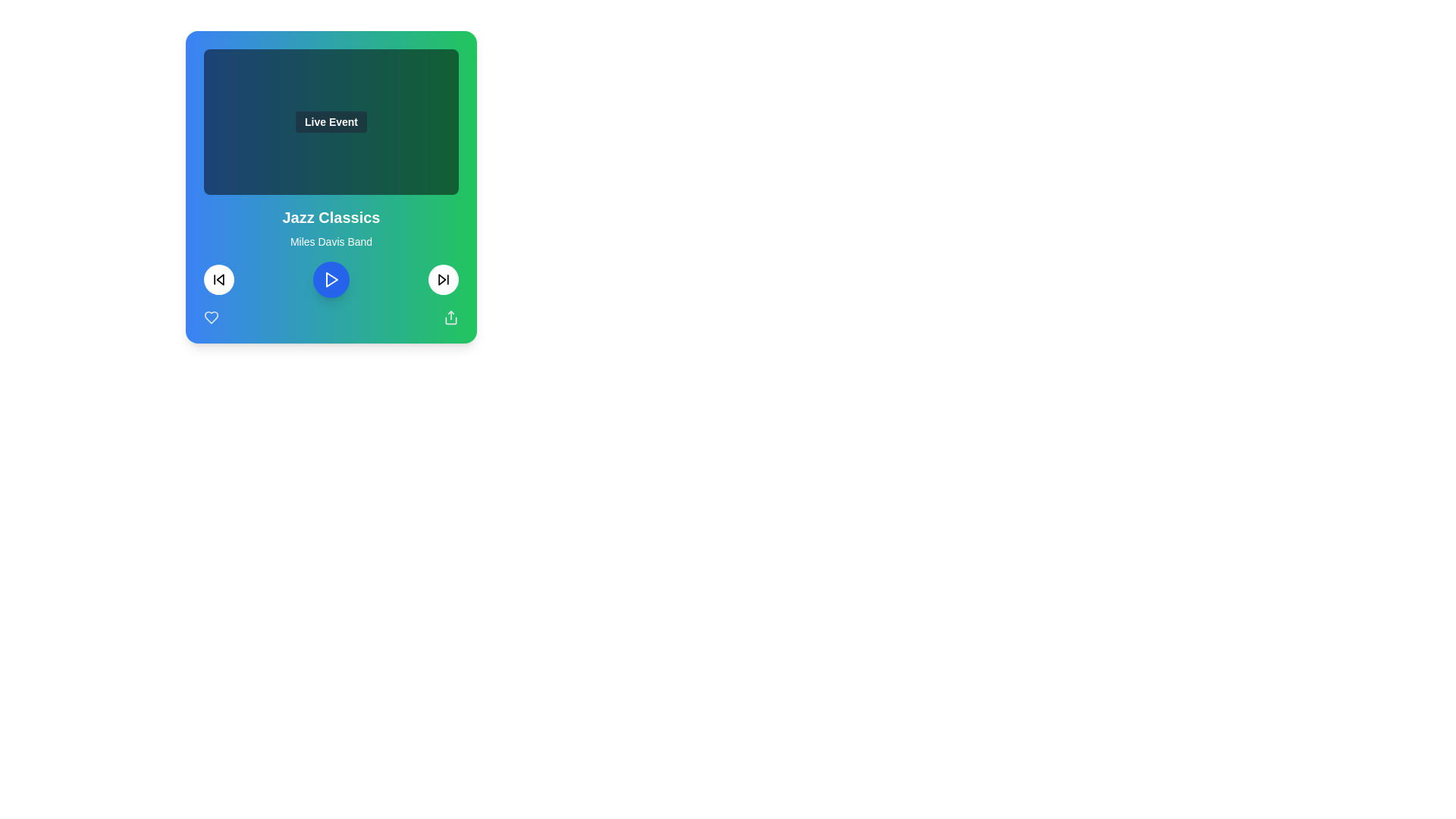  I want to click on the backward skip icon button located inside the circular button on the bottom-left segment of the media playback interface to skip backward or replay the previous track, so click(218, 280).